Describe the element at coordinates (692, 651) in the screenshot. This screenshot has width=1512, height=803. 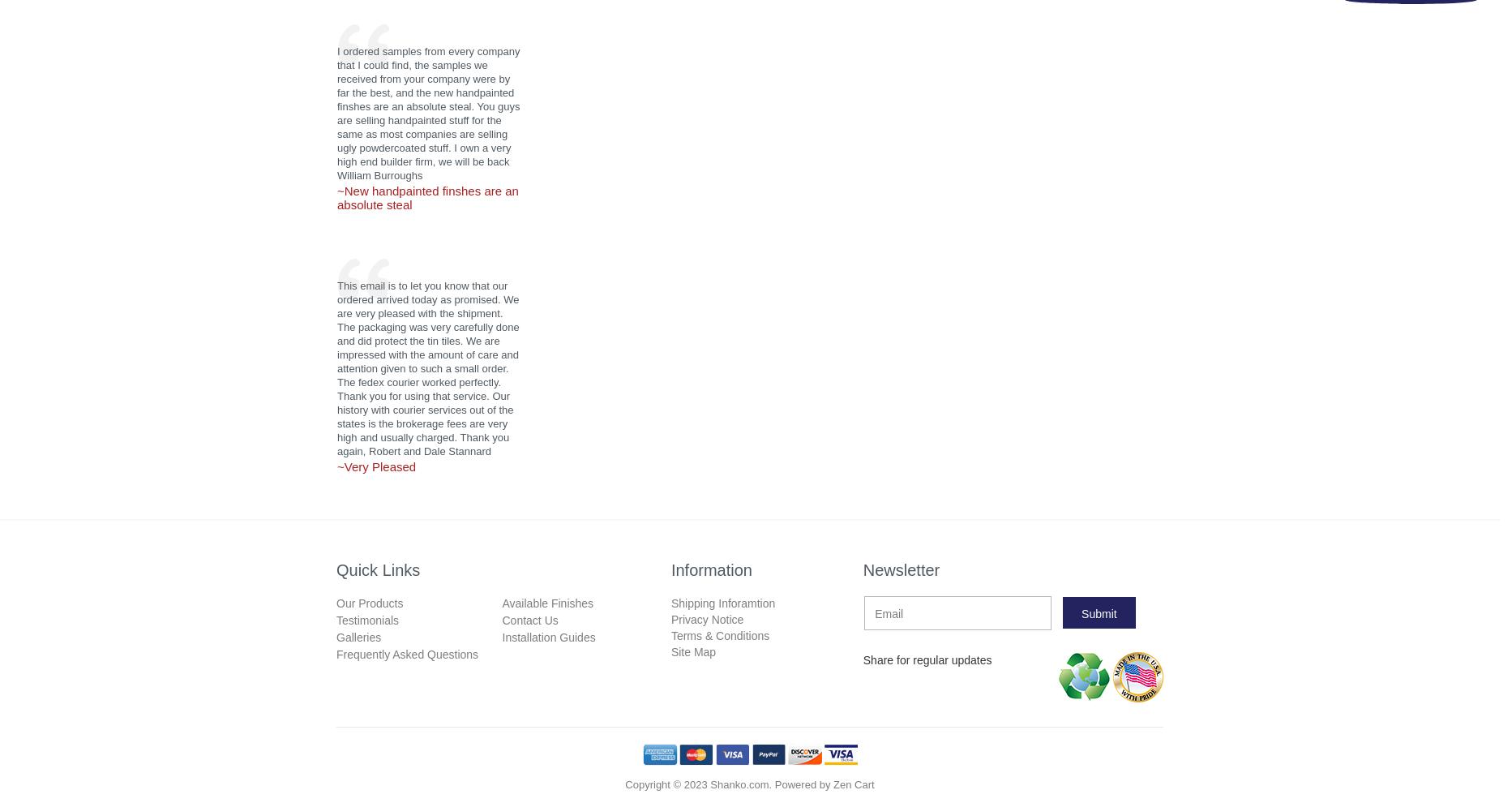
I see `'Site Map'` at that location.